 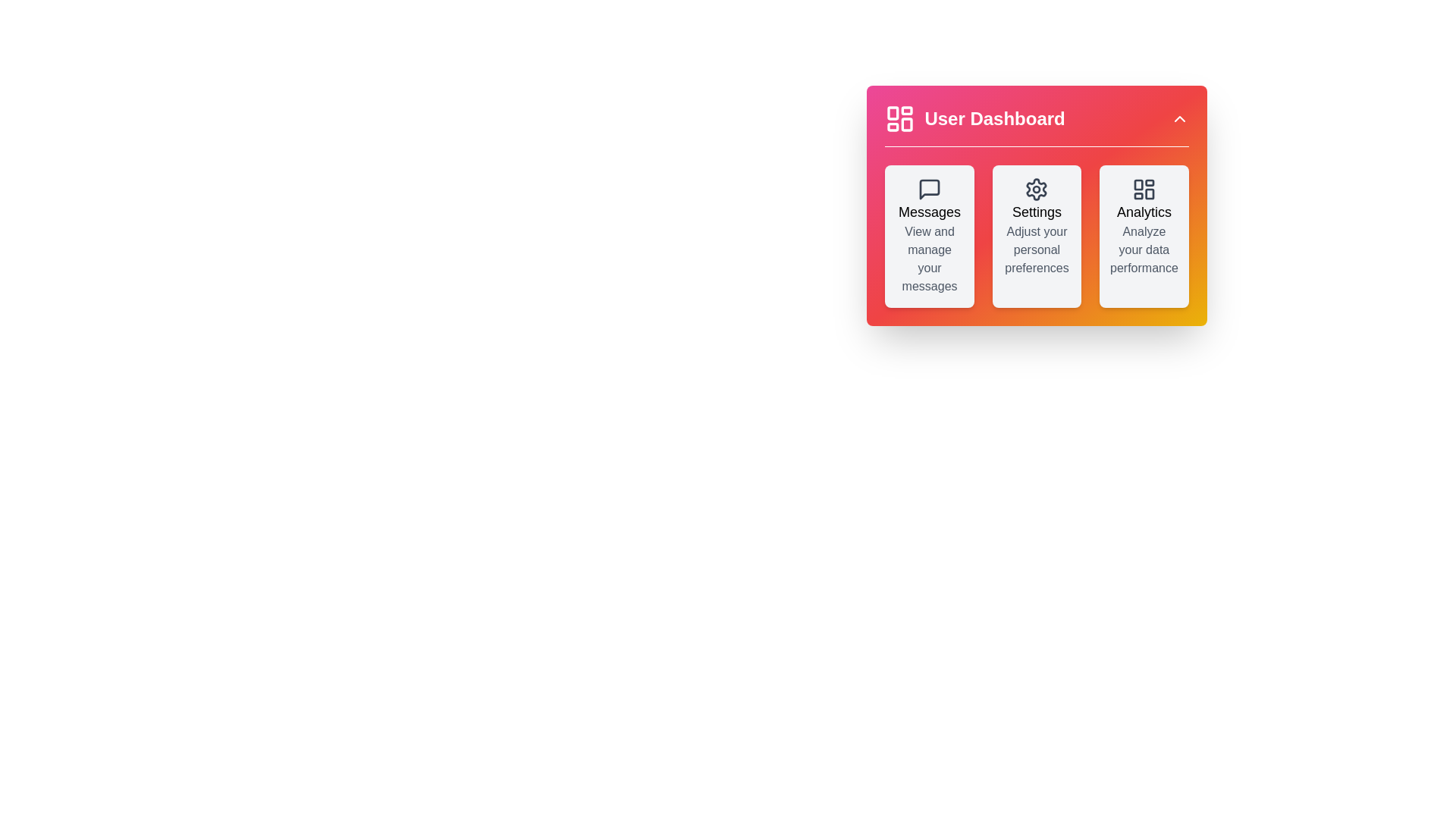 I want to click on the 'Settings' card located in the center column of the grid under 'User Dashboard', so click(x=1036, y=237).